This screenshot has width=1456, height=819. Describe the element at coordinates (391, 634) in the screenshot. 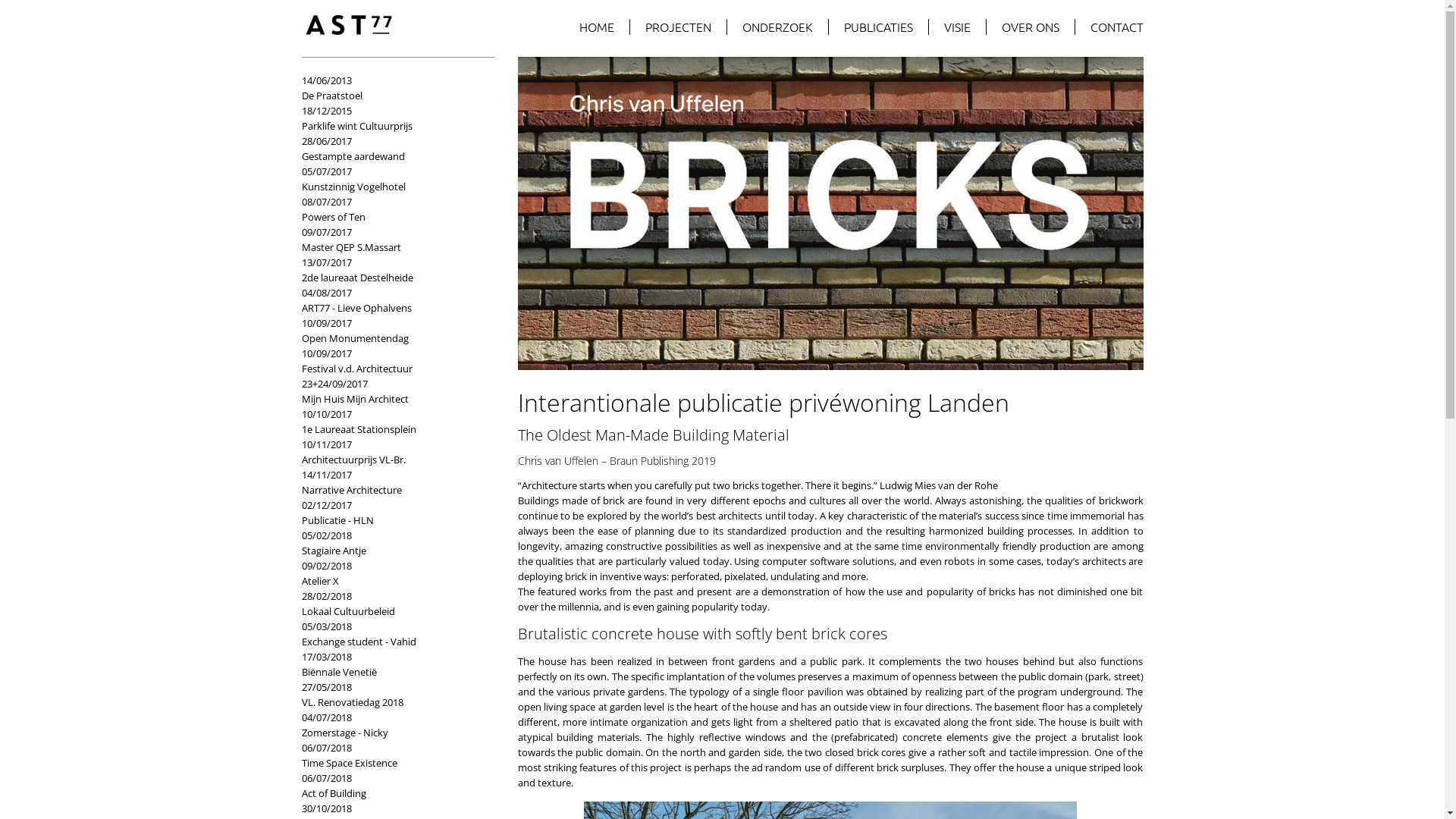

I see `'05/03/2018` at that location.